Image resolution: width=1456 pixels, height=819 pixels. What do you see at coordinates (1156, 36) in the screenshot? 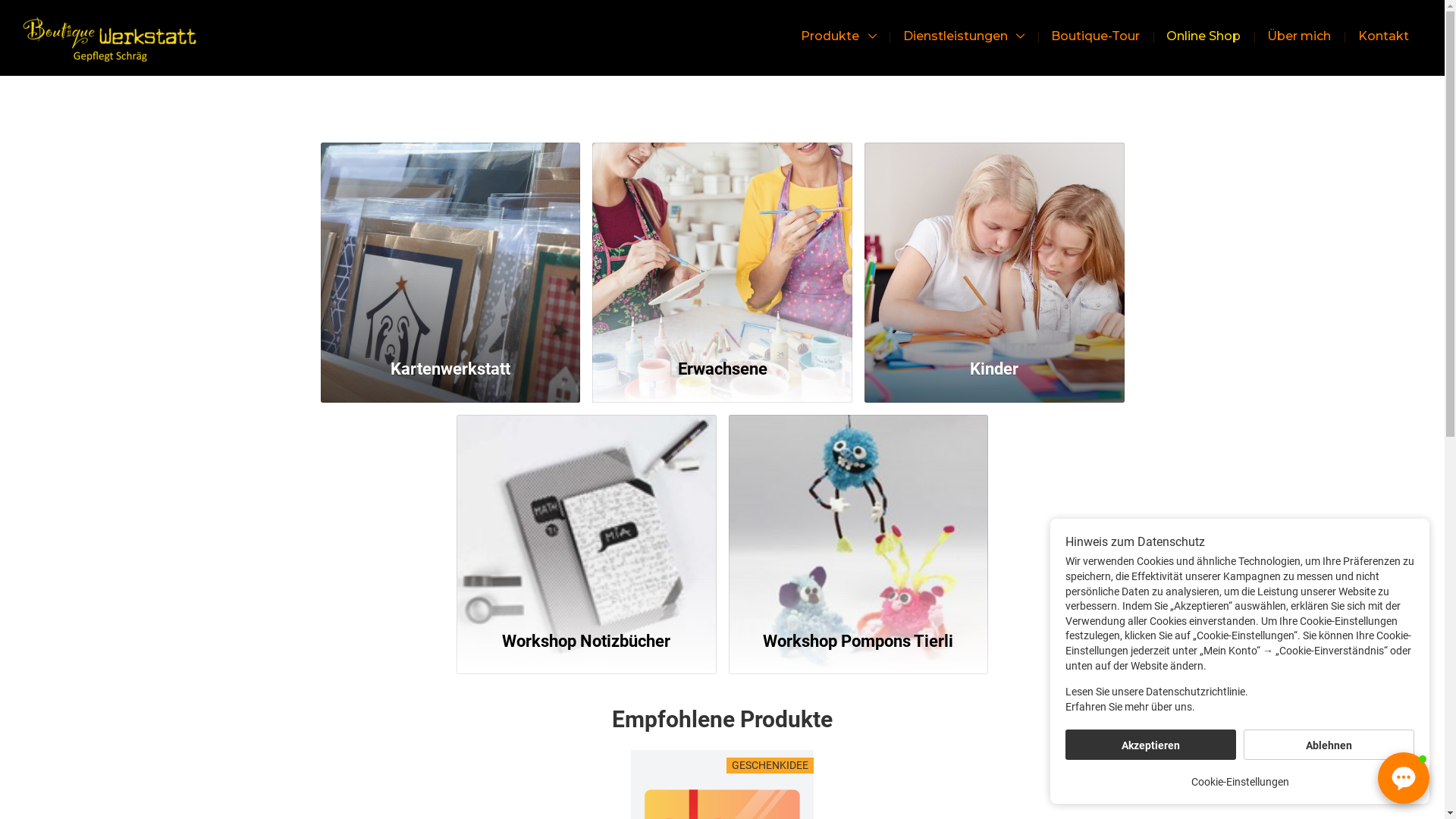
I see `'Online Shop'` at bounding box center [1156, 36].